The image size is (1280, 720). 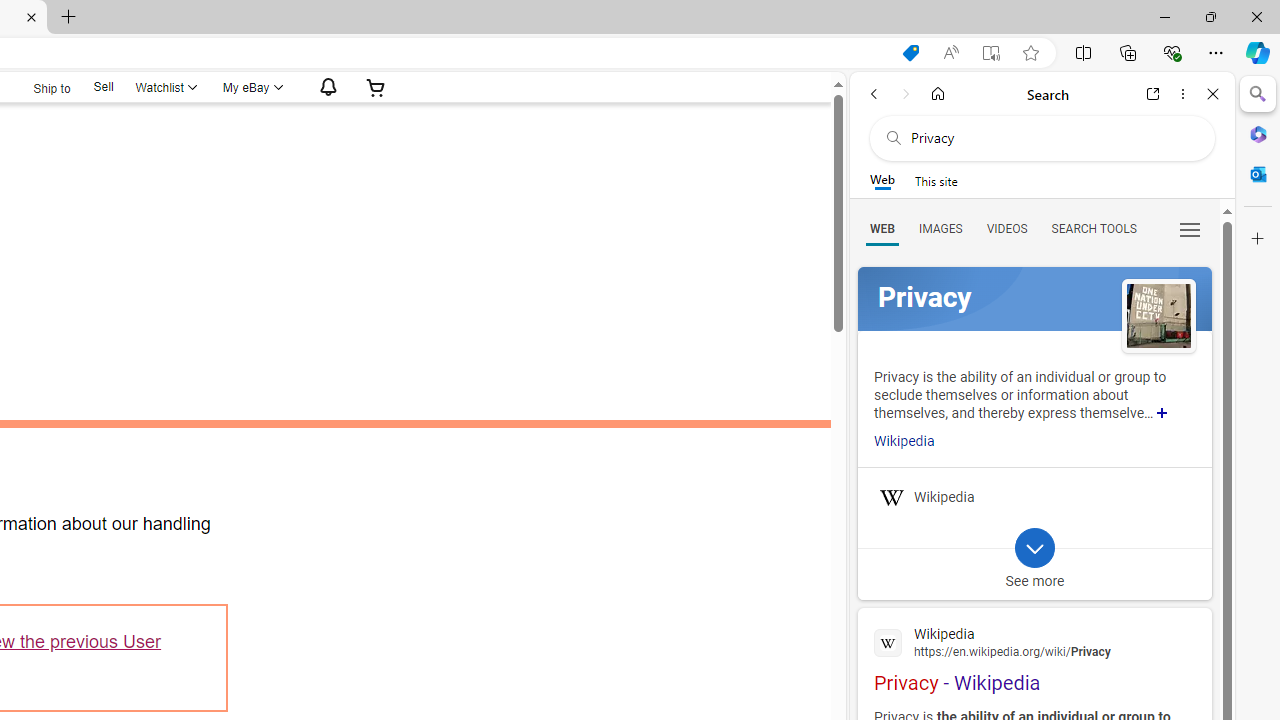 What do you see at coordinates (165, 86) in the screenshot?
I see `'Watchlist'` at bounding box center [165, 86].